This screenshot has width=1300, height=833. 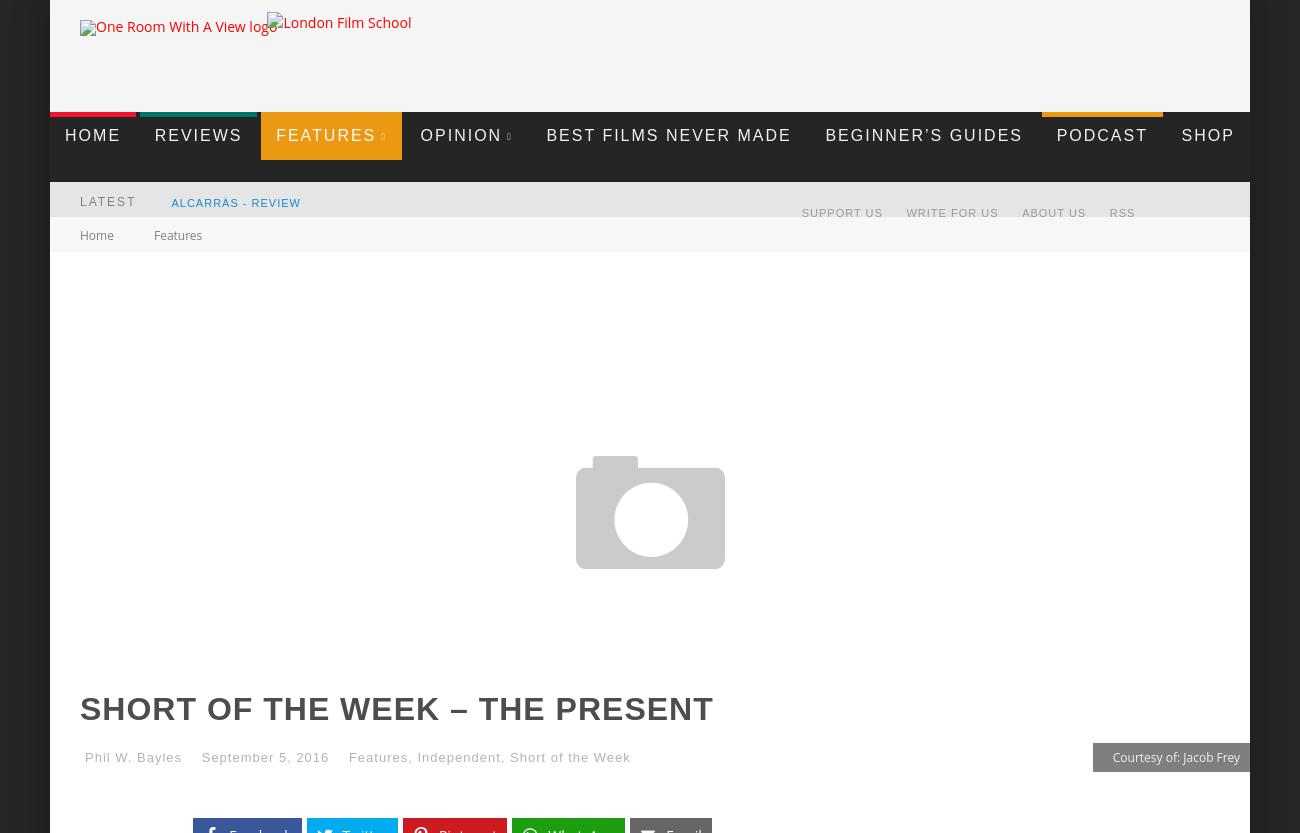 I want to click on 'Support Us', so click(x=841, y=211).